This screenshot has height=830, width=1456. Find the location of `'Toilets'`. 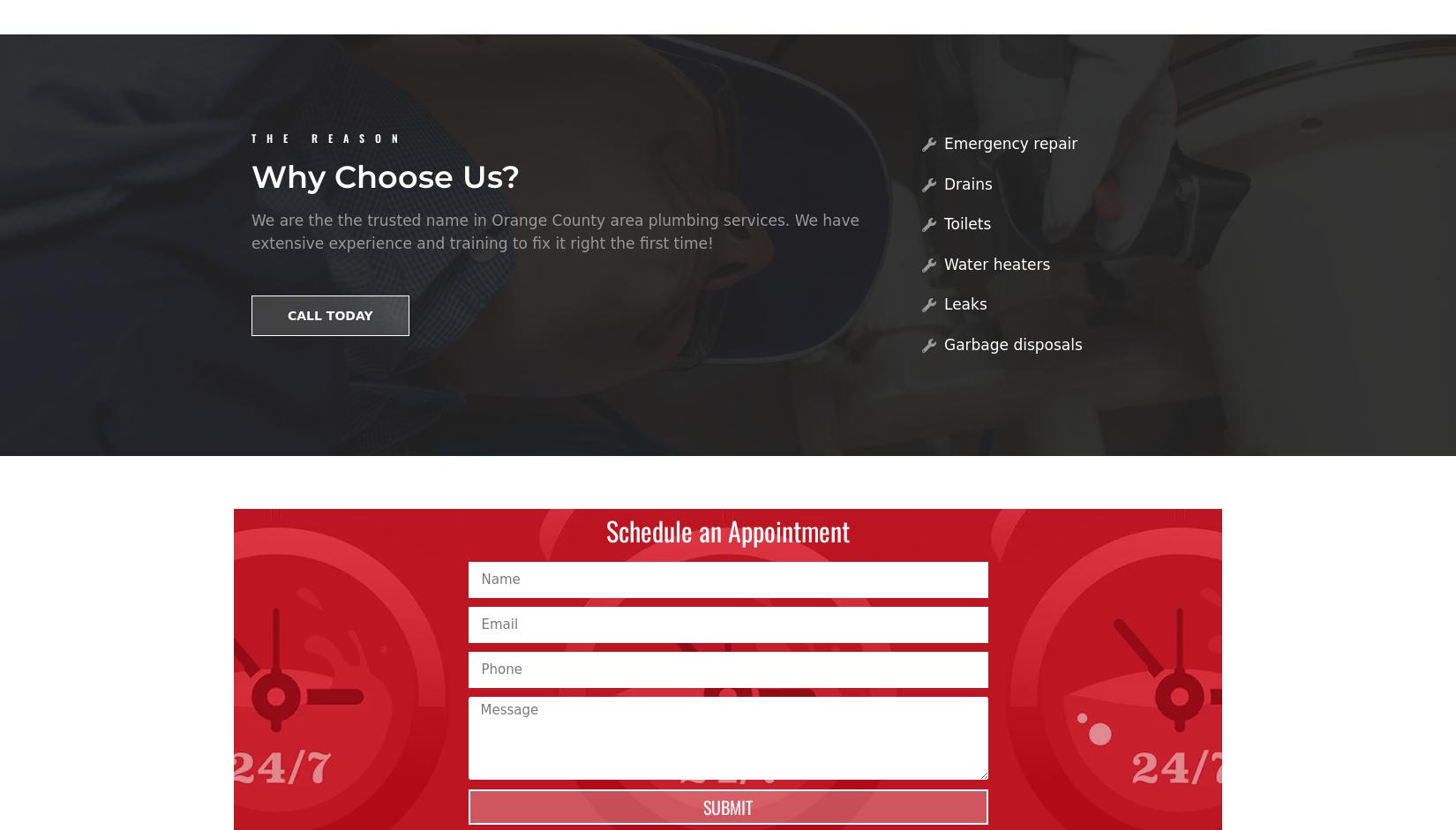

'Toilets' is located at coordinates (943, 222).